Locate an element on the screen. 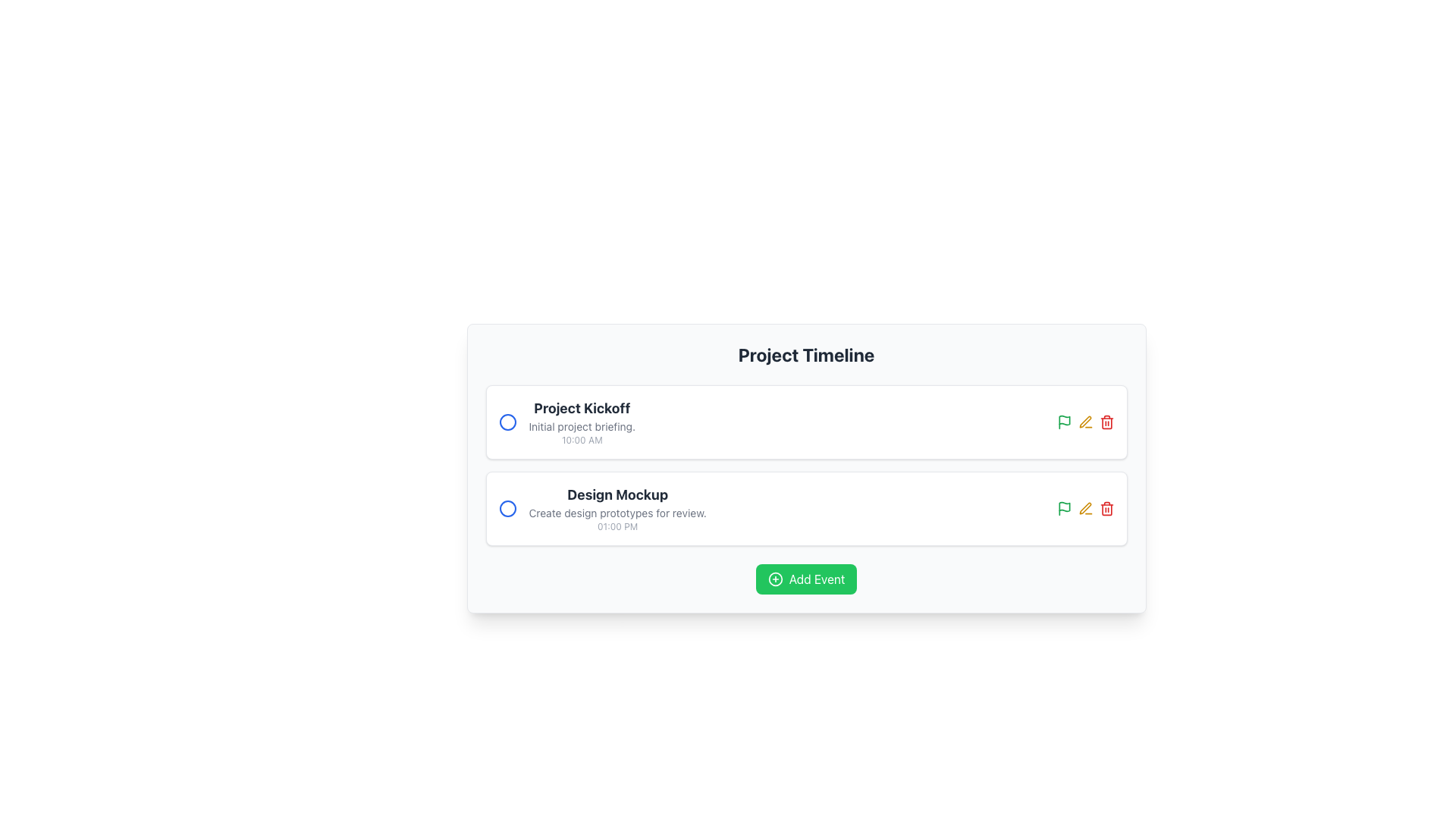 The width and height of the screenshot is (1456, 819). the text-based informational component displaying 'Project Kickoff' in bold, located at the top section of the timeline interface, immediately following a blue circular icon is located at coordinates (581, 422).